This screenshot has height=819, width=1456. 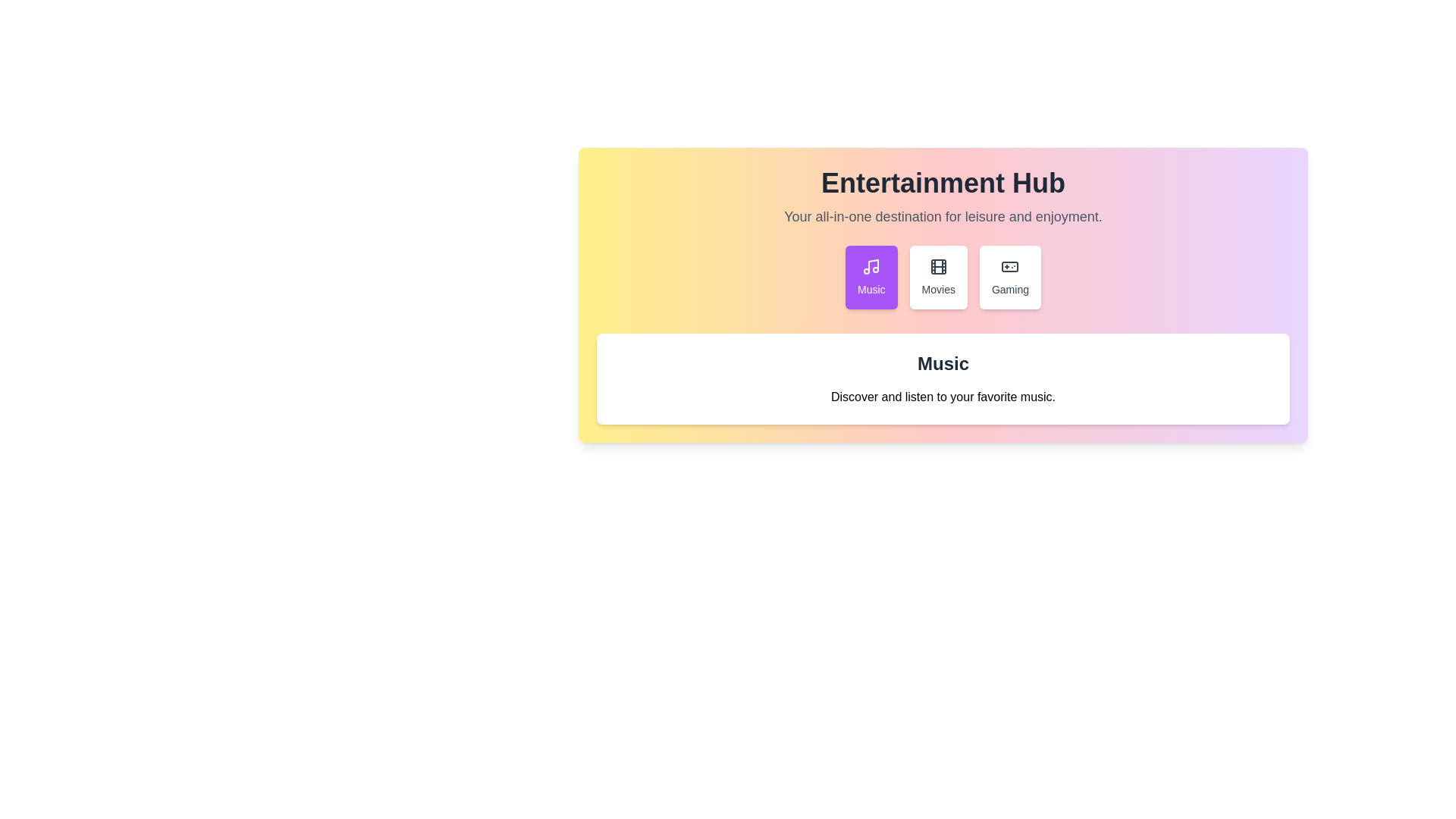 I want to click on the Heading text displaying 'Music', which is styled with a large font size and bold weight, located at the top center of the card component, so click(x=942, y=363).